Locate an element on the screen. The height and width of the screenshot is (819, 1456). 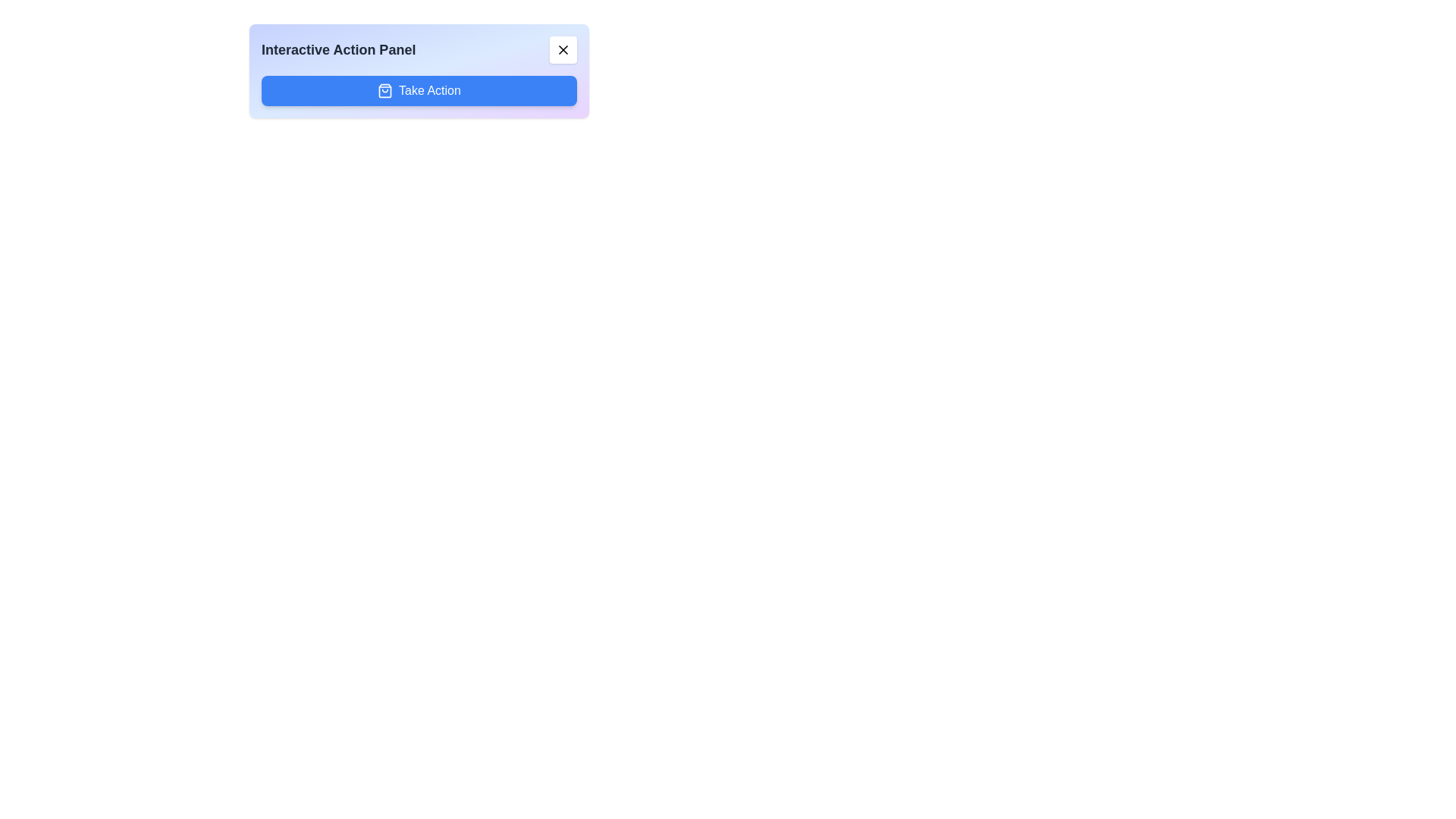
the composite UI label element that combines the 'Take Action' text and a shopping bag icon, styled in white on a blue background and appearing button-like is located at coordinates (419, 90).